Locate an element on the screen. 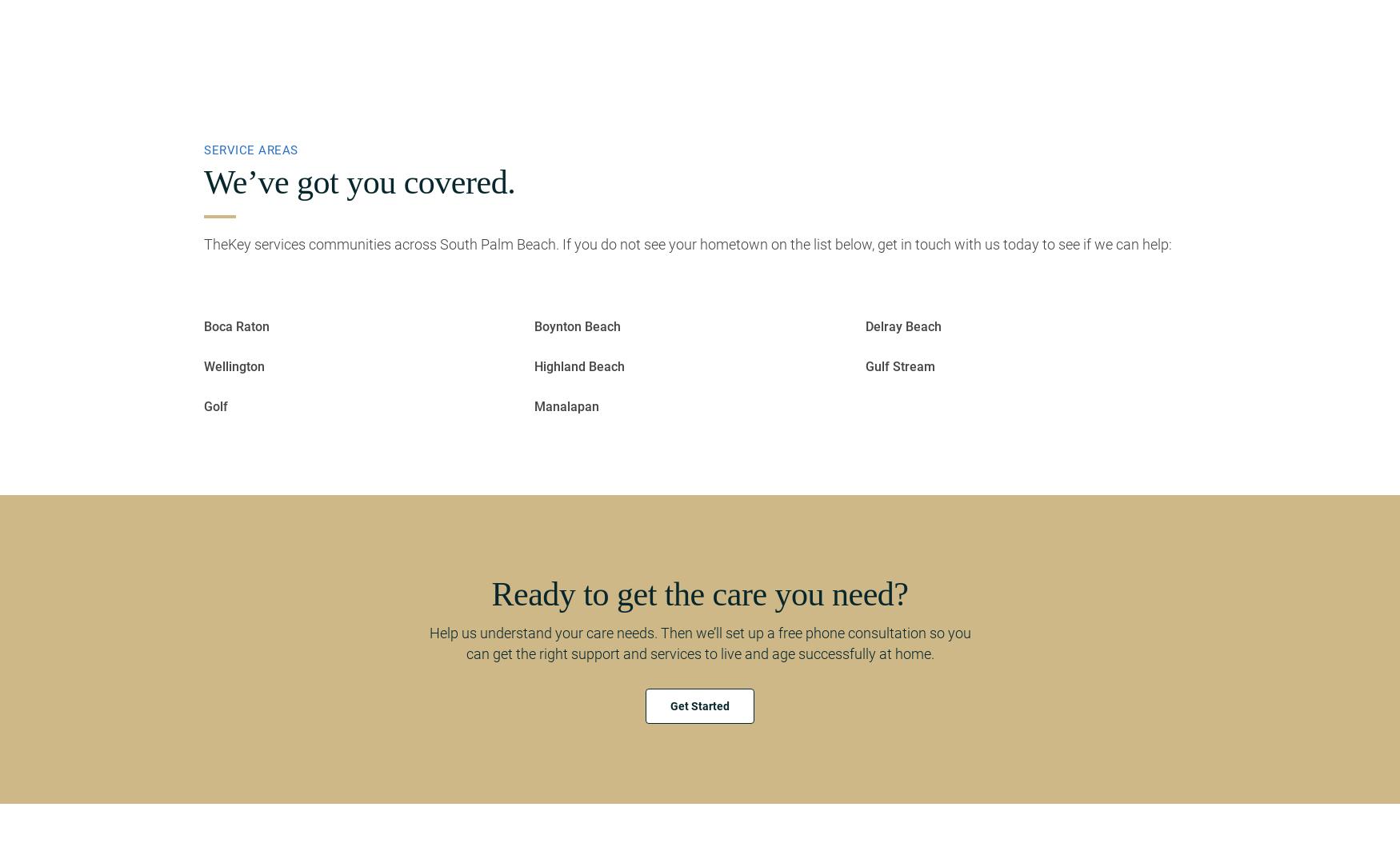 This screenshot has height=855, width=1400. 'Highland Beach' is located at coordinates (579, 366).